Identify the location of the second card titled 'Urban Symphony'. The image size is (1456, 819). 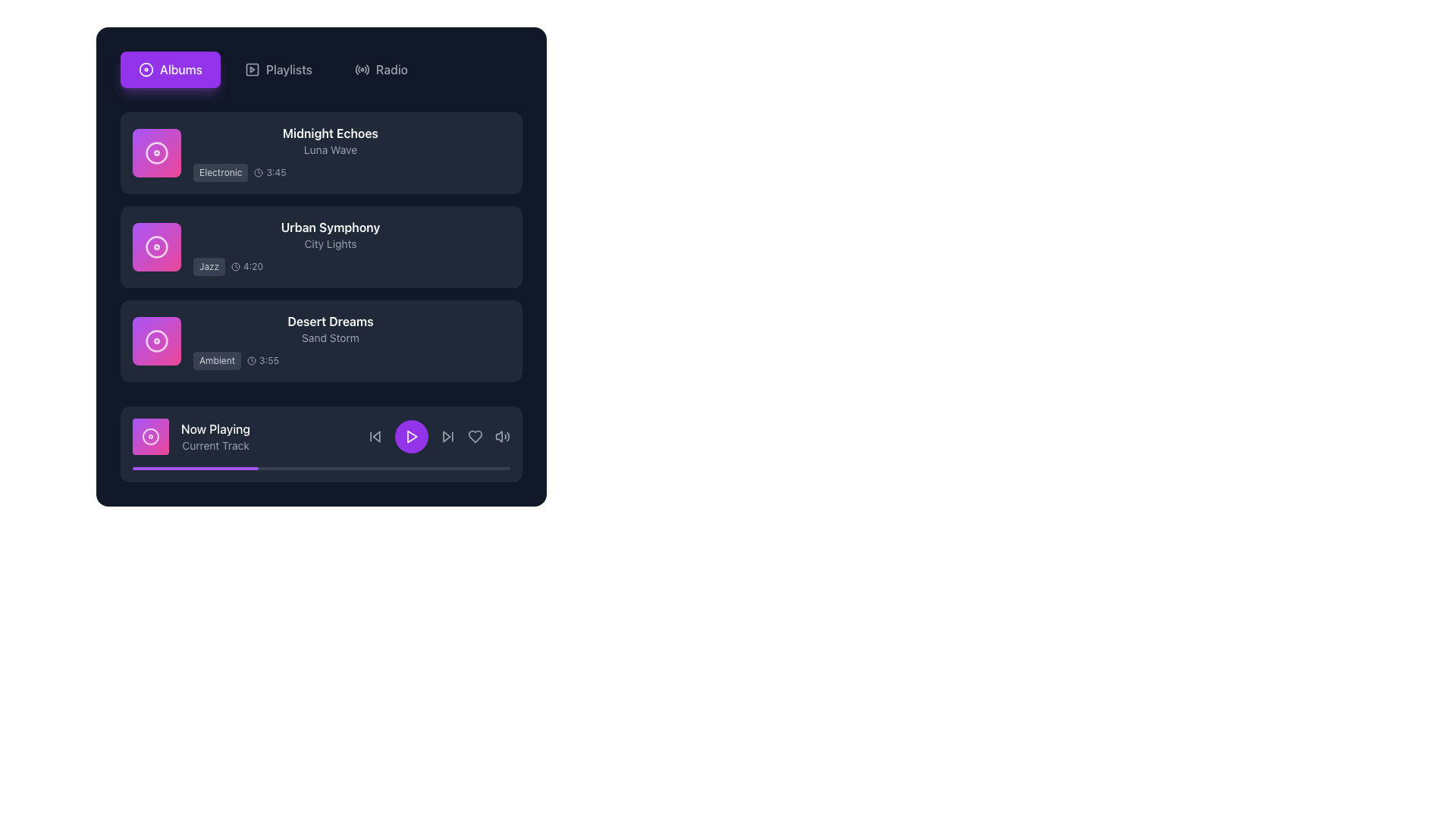
(320, 246).